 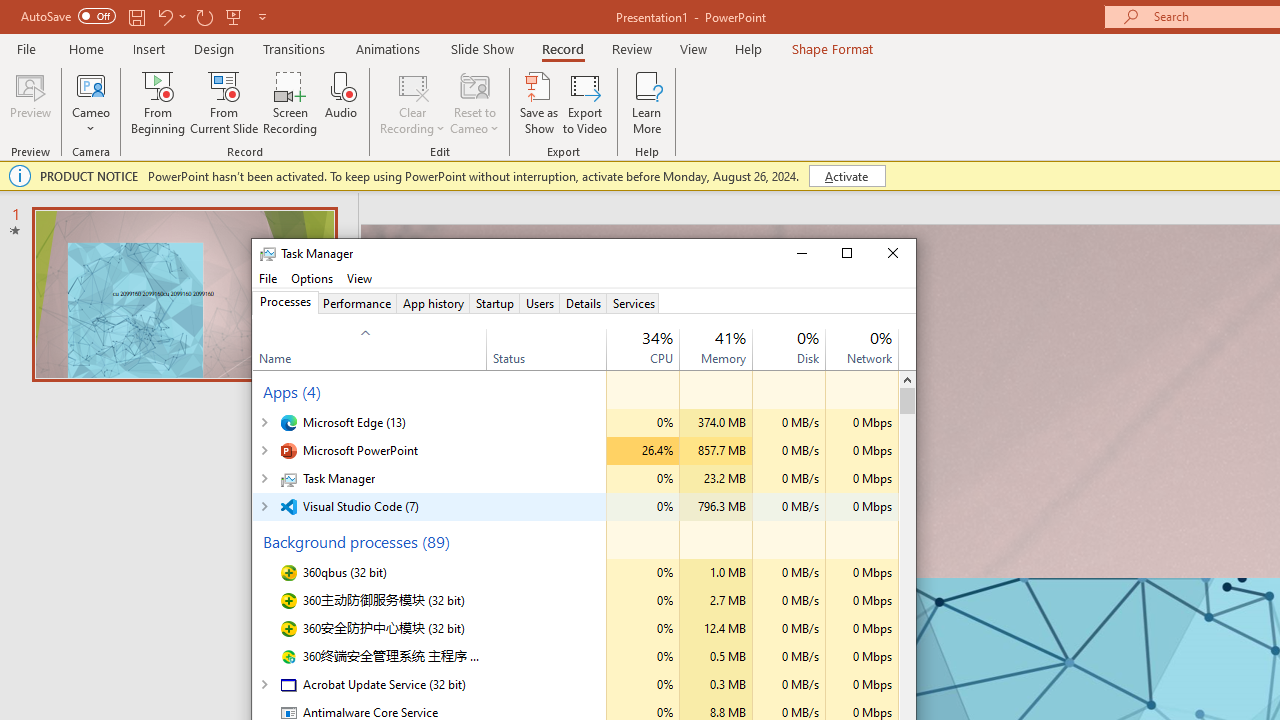 What do you see at coordinates (657, 336) in the screenshot?
I see `'25%'` at bounding box center [657, 336].